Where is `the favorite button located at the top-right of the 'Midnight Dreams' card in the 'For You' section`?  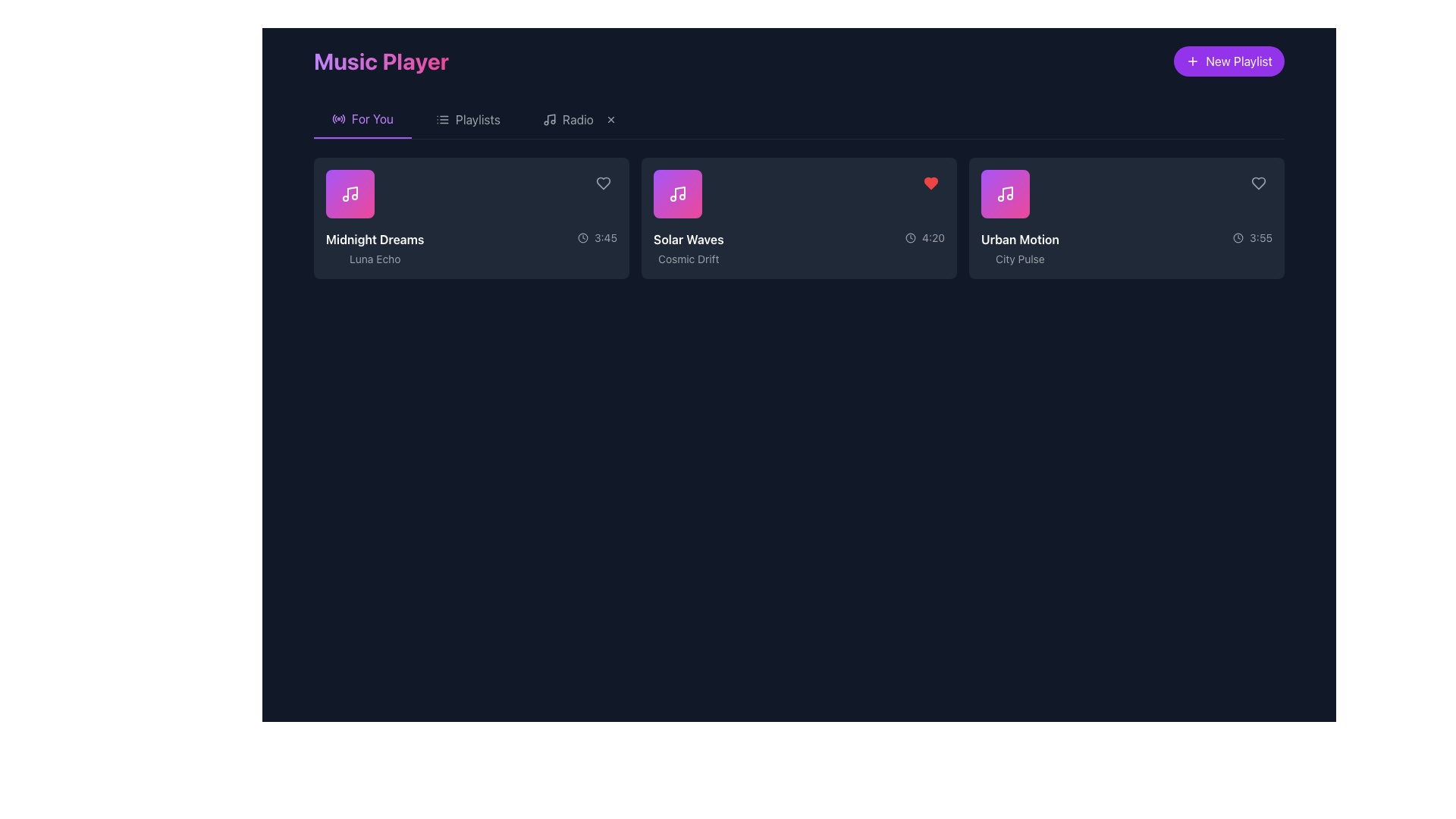
the favorite button located at the top-right of the 'Midnight Dreams' card in the 'For You' section is located at coordinates (603, 183).